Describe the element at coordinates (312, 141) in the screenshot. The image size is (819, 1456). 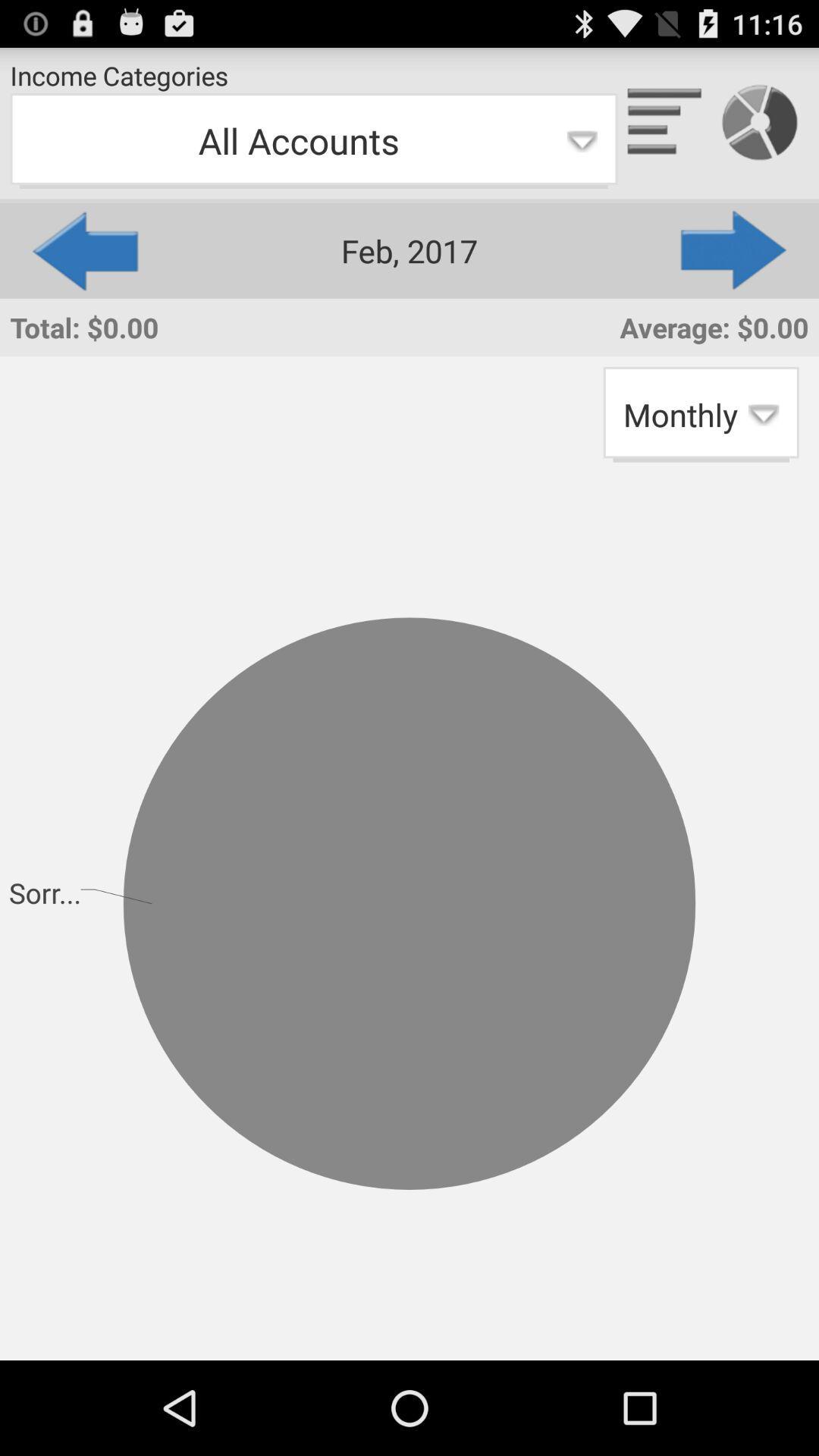
I see `app below income categories icon` at that location.